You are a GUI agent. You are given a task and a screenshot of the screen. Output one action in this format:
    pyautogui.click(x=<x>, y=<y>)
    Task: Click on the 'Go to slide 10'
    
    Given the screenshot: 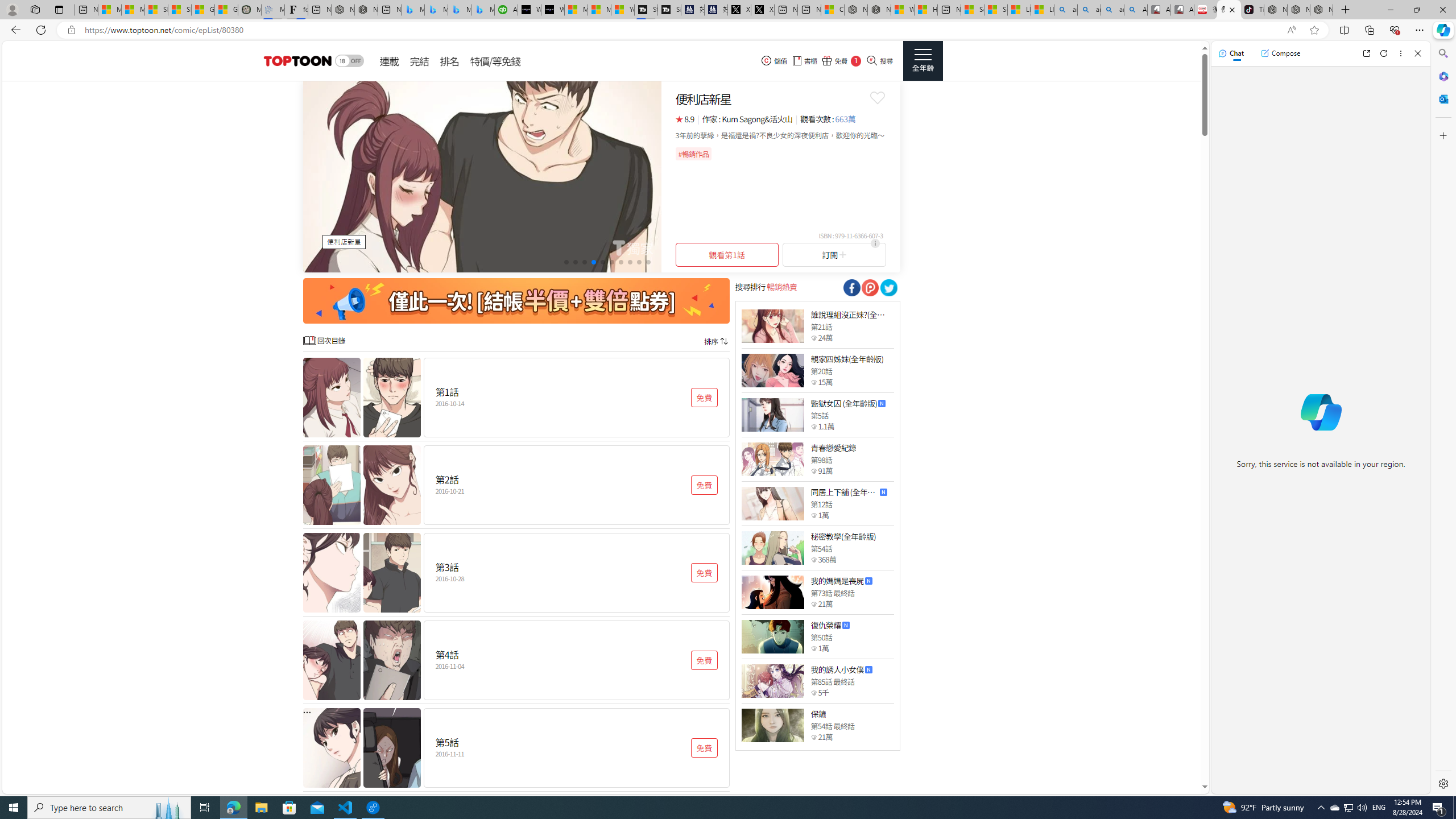 What is the action you would take?
    pyautogui.click(x=647, y=261)
    